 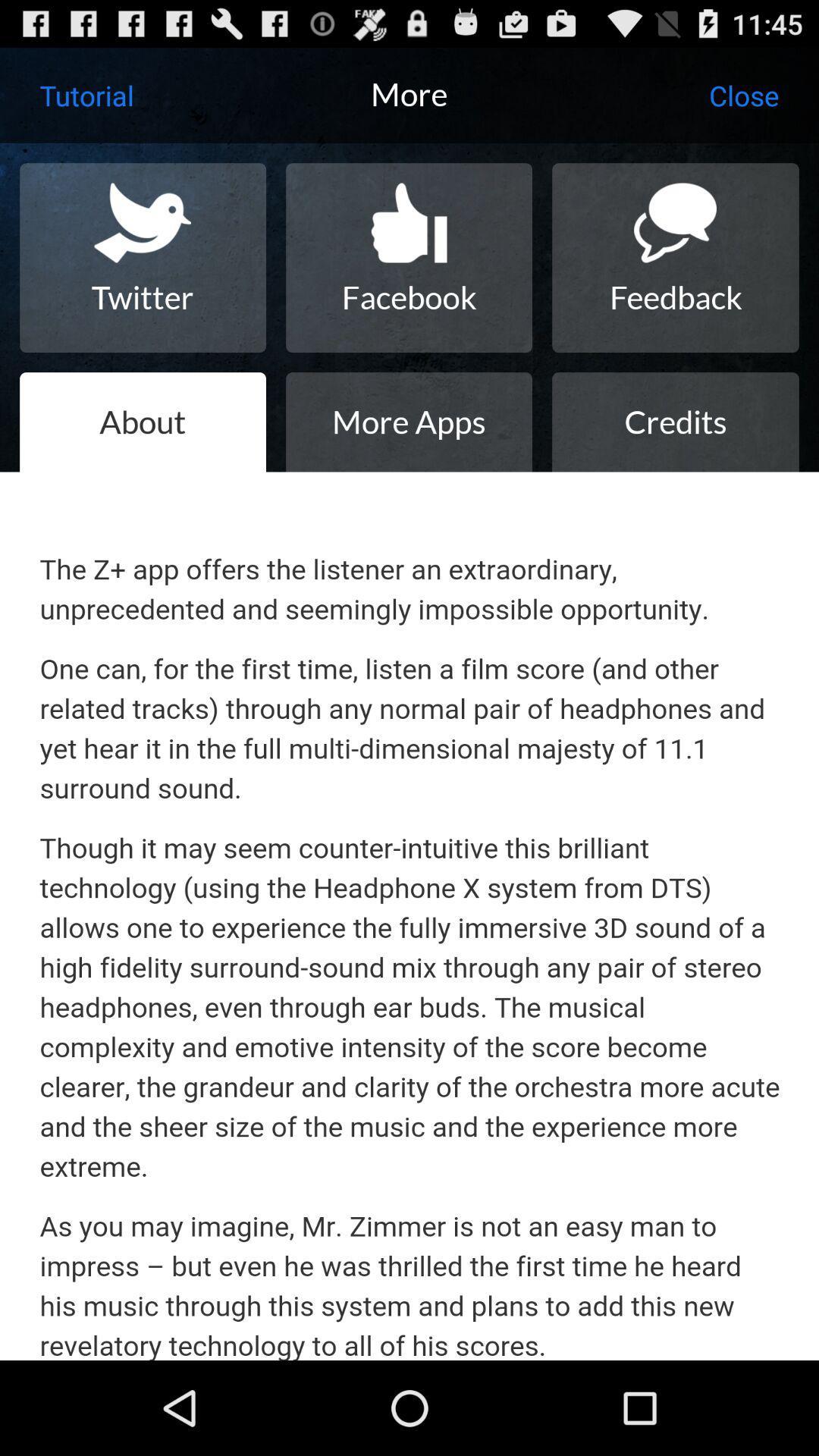 I want to click on the item to the left of credits icon, so click(x=408, y=422).